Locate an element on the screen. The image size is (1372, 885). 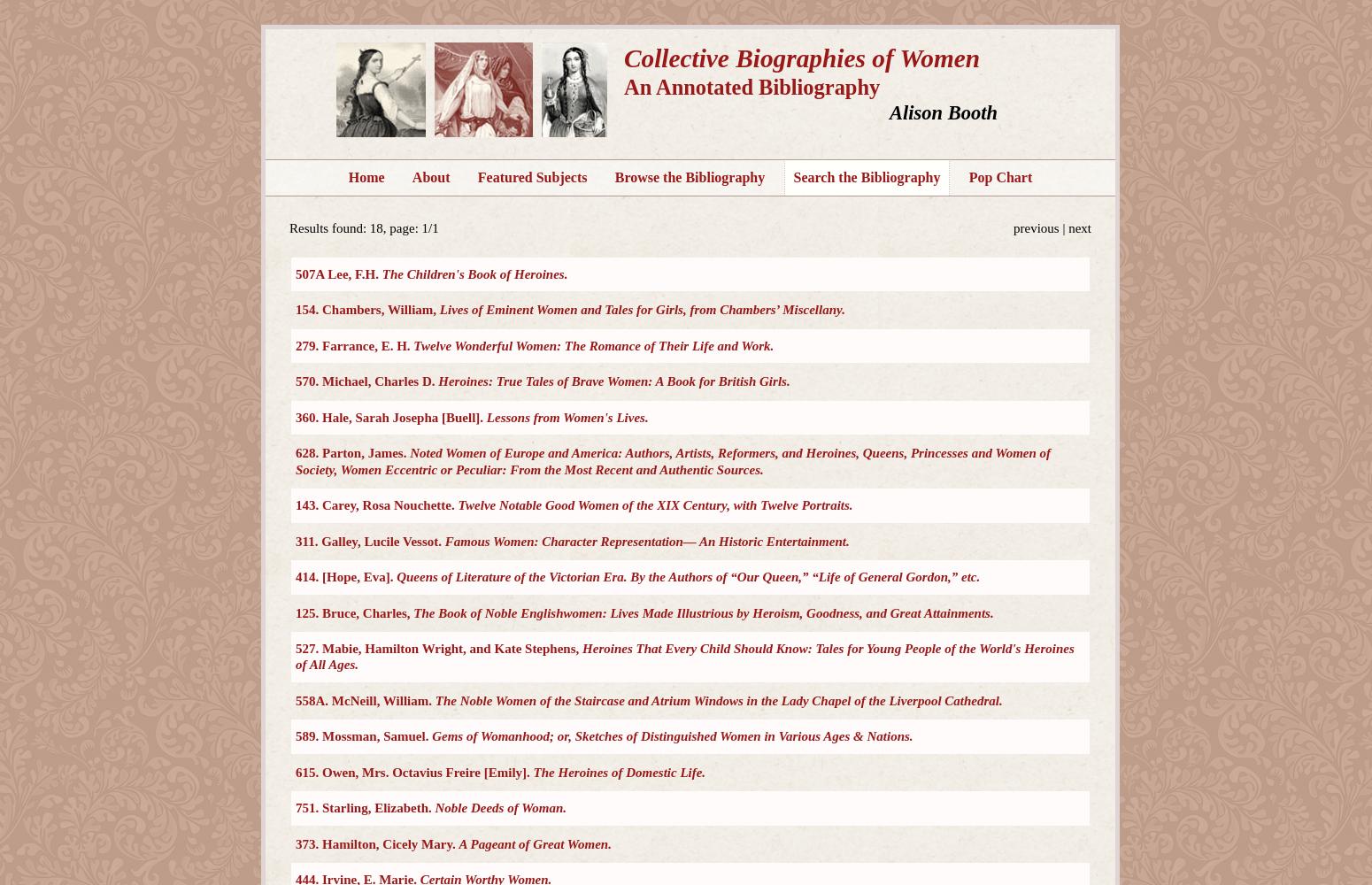
'Home' is located at coordinates (366, 175).